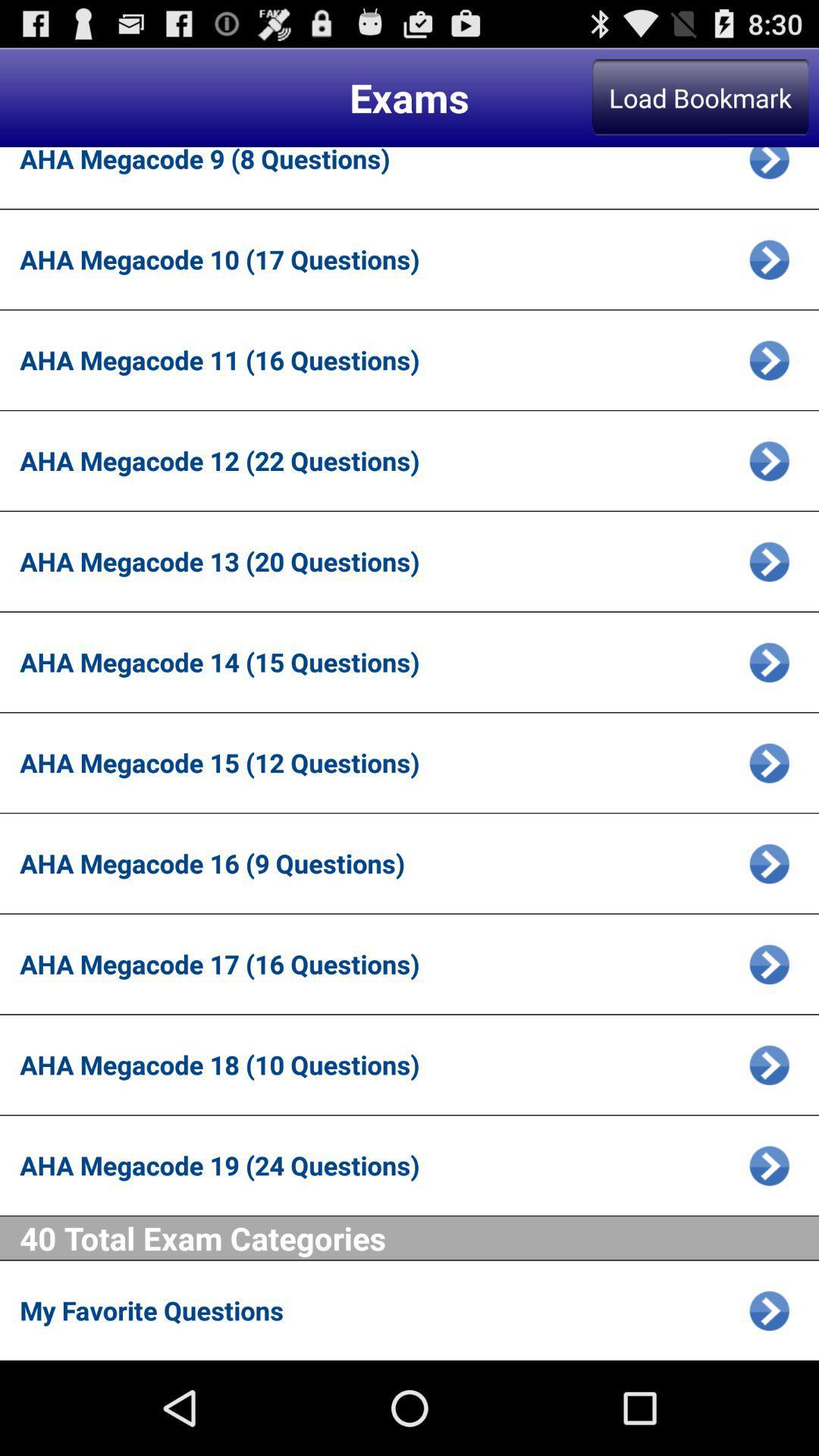  What do you see at coordinates (769, 168) in the screenshot?
I see `exam` at bounding box center [769, 168].